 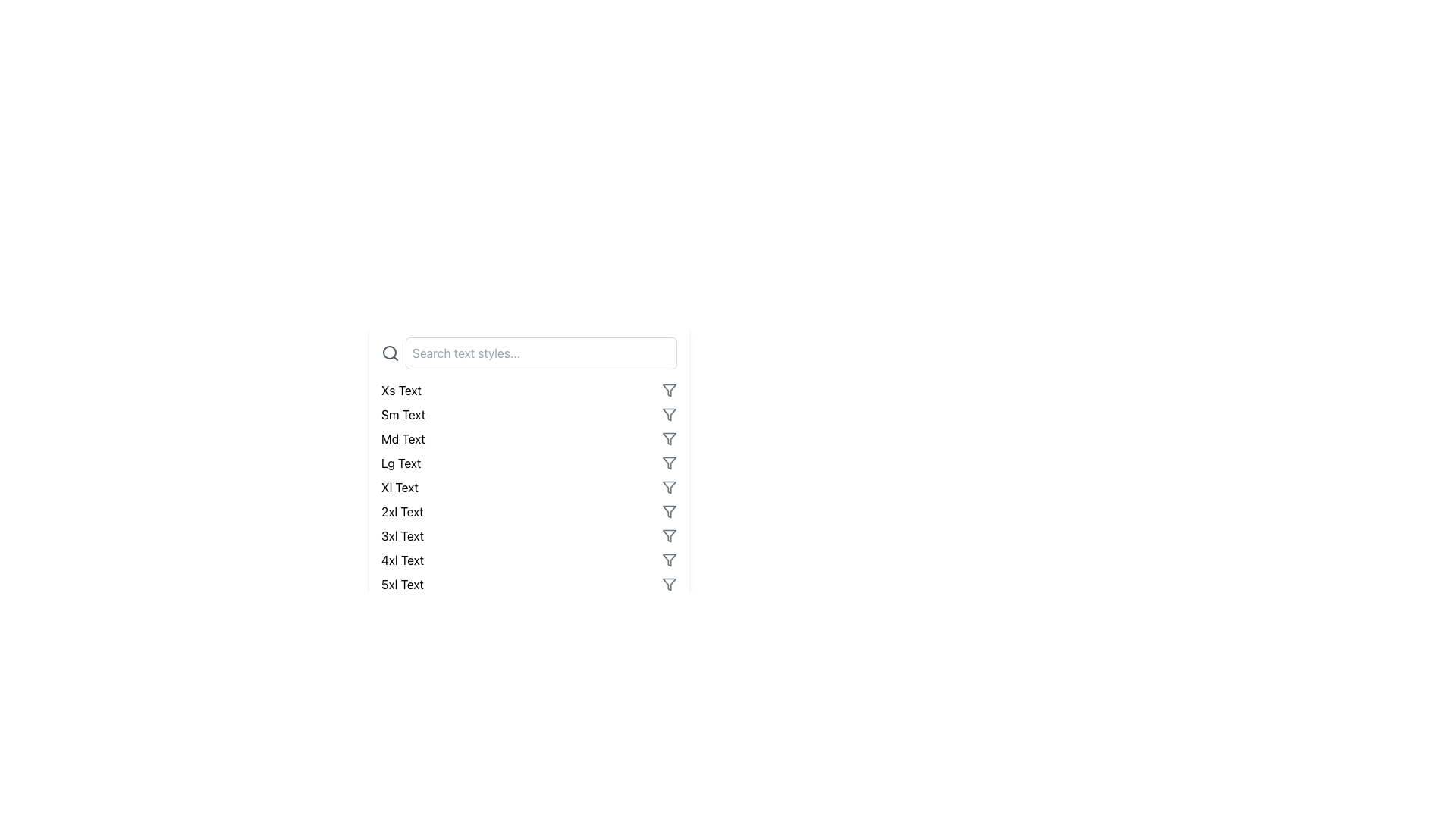 What do you see at coordinates (669, 438) in the screenshot?
I see `the triangular-shaped filter icon located at the third entry in the vertical list of options adjacent to the 'Md Text' label to apply or toggle a filter` at bounding box center [669, 438].